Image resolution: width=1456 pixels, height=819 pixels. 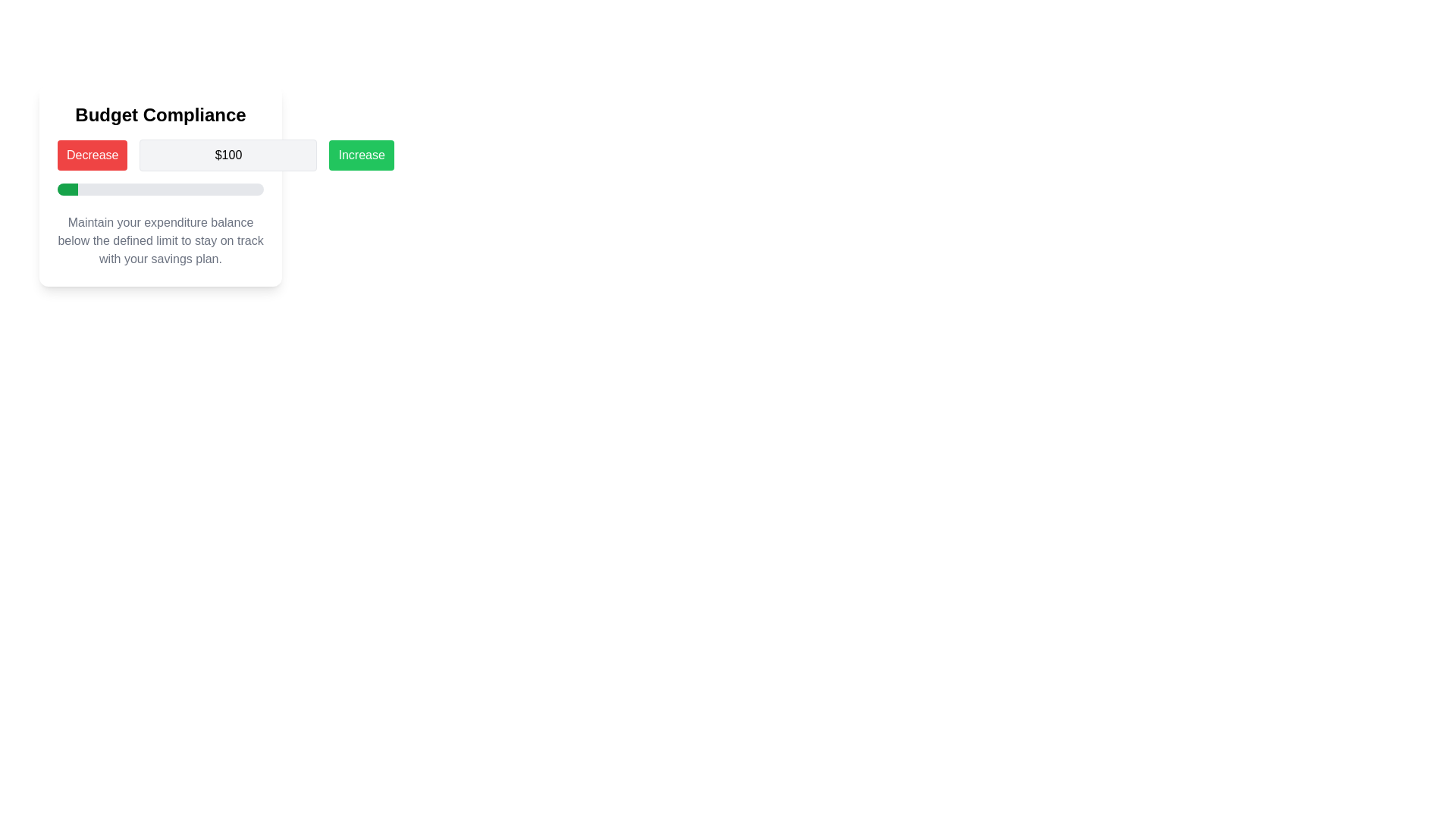 What do you see at coordinates (160, 114) in the screenshot?
I see `the text label that serves as a title for the budget compliance card, located at the top center of the card layout` at bounding box center [160, 114].